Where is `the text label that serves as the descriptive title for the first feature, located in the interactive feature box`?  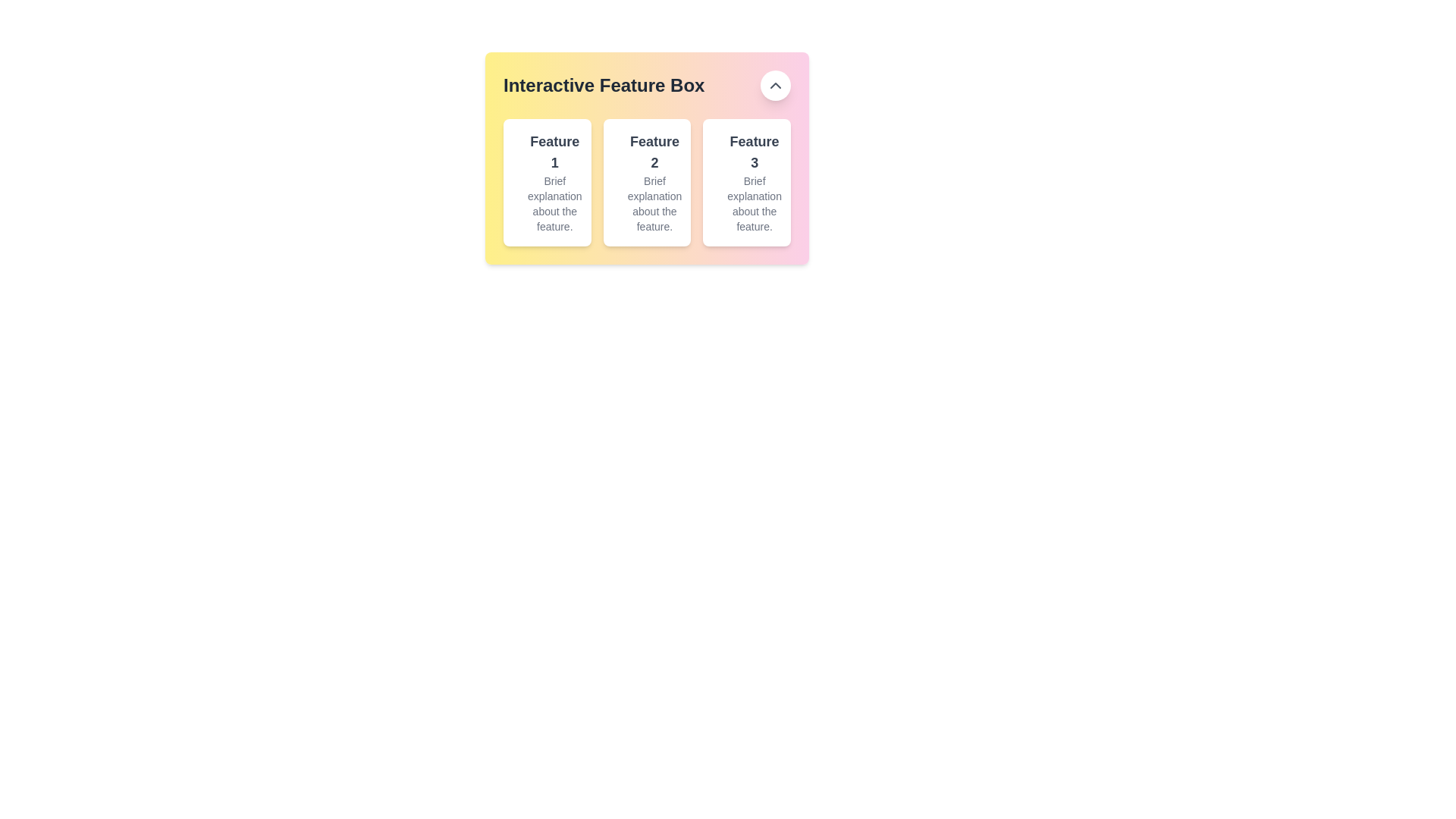 the text label that serves as the descriptive title for the first feature, located in the interactive feature box is located at coordinates (554, 152).